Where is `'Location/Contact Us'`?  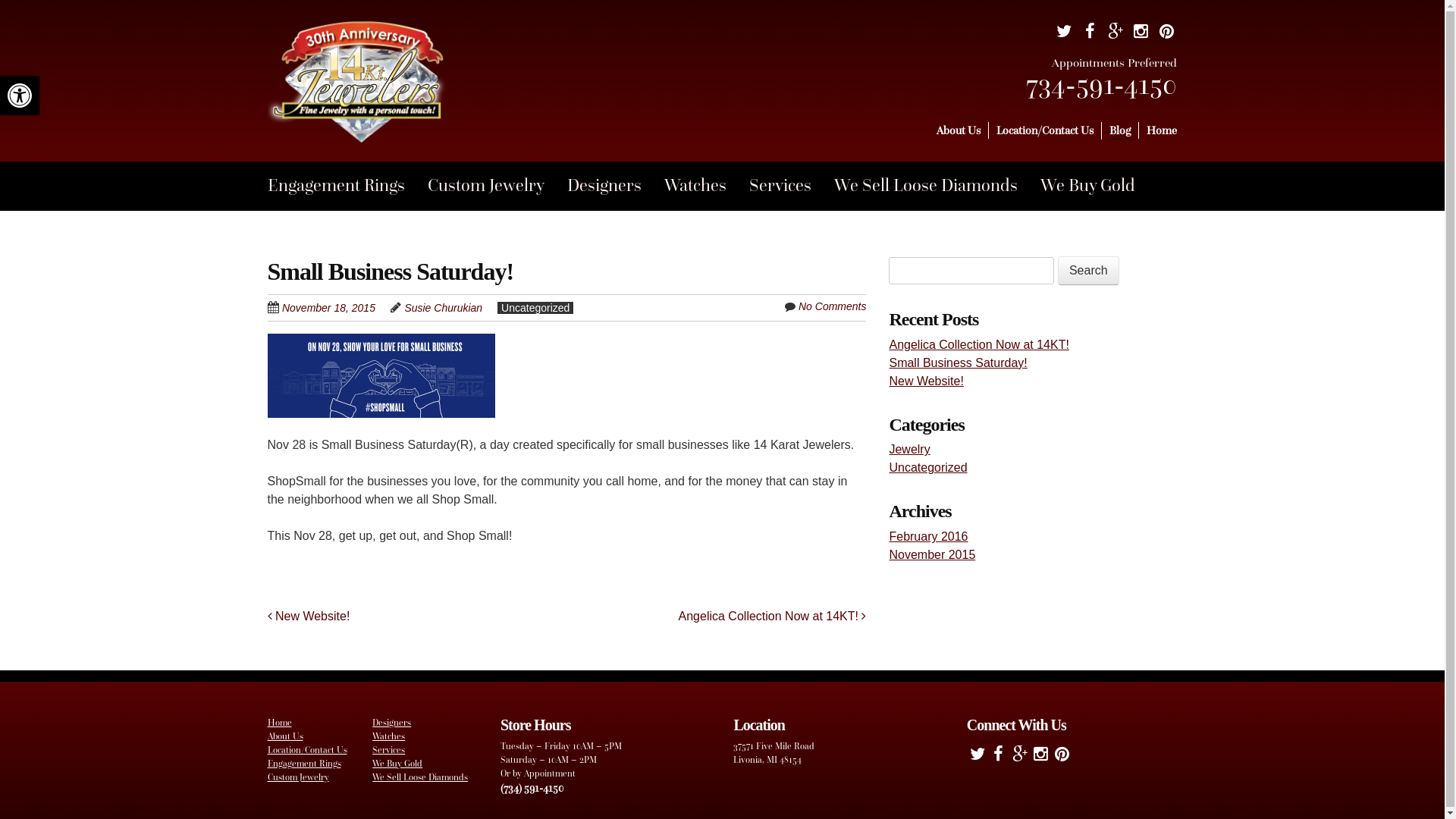
'Location/Contact Us' is located at coordinates (306, 748).